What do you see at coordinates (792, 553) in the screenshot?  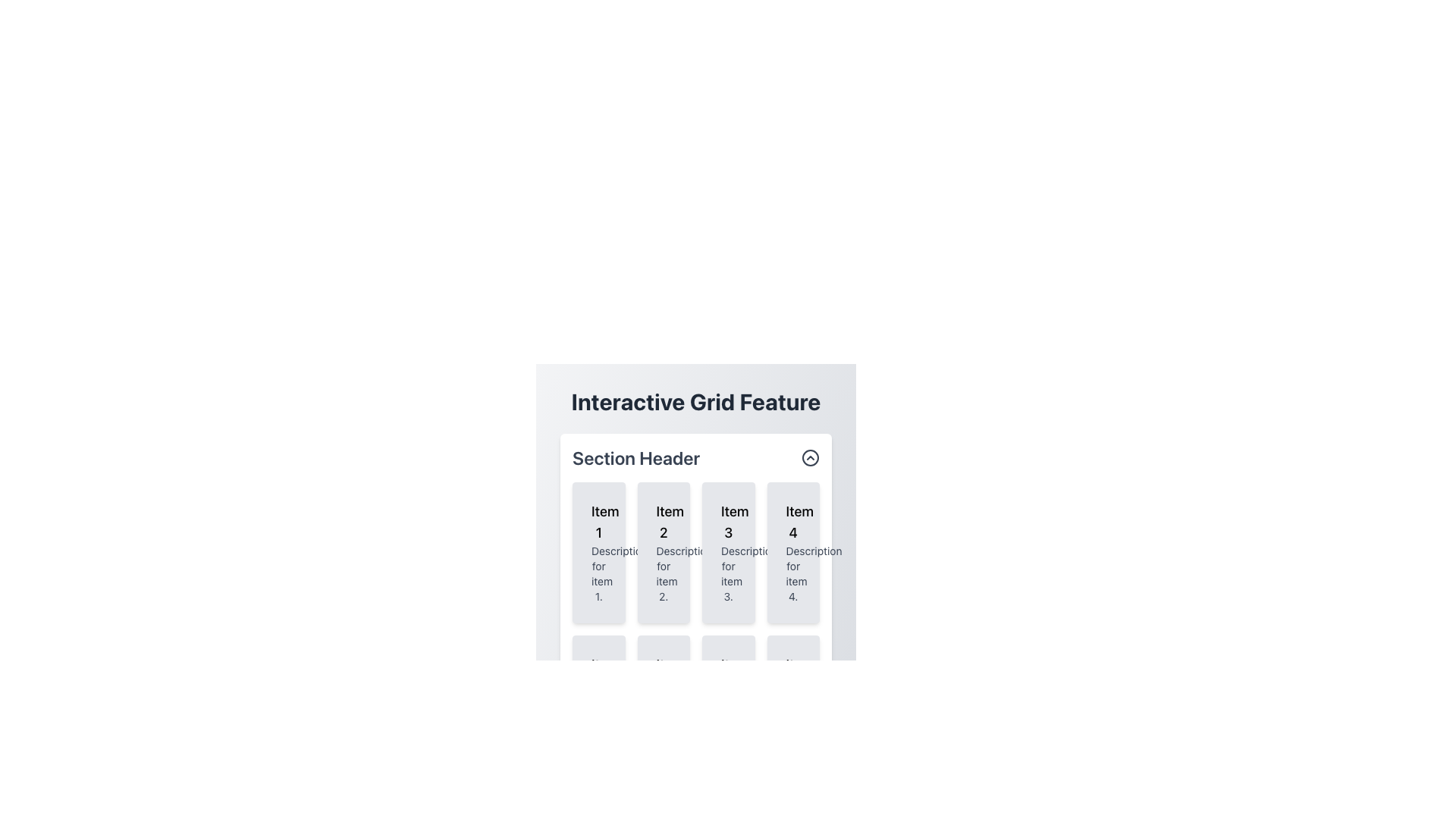 I see `details of the Card element displaying 'Item 4' with a light gray background and rounded corners, located at the top-right corner of the grid` at bounding box center [792, 553].